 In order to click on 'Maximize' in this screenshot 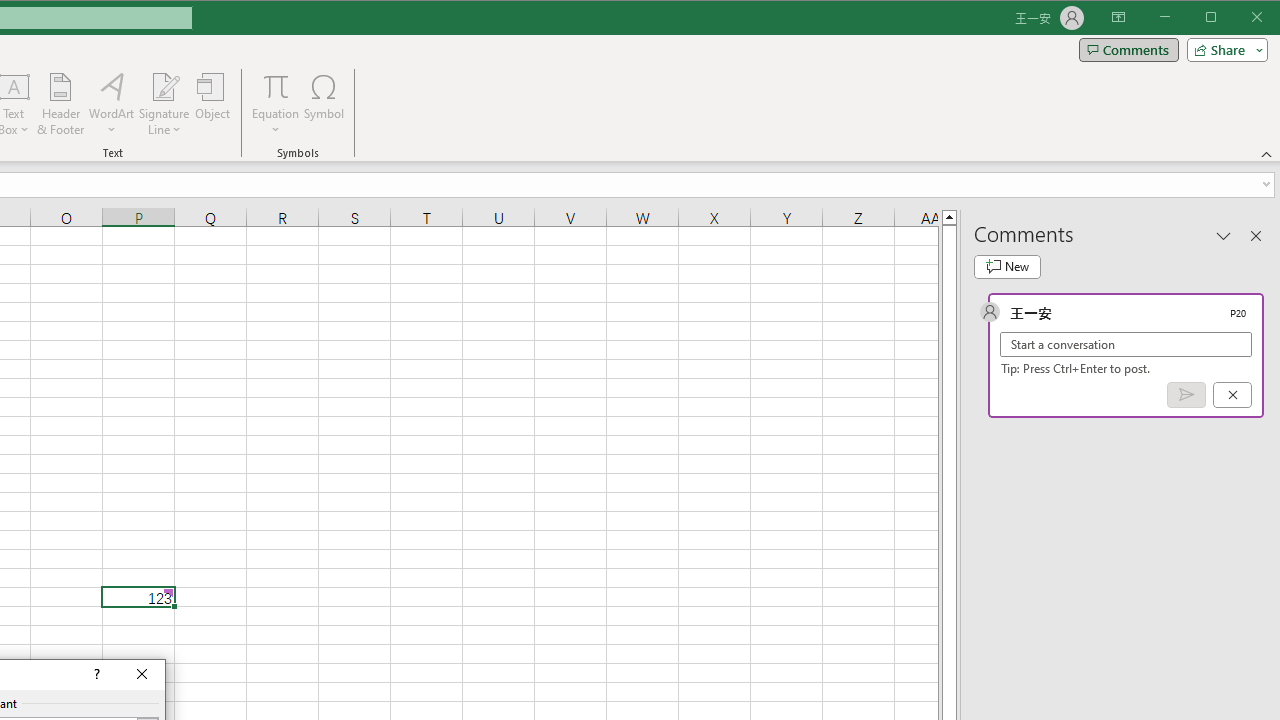, I will do `click(1238, 19)`.